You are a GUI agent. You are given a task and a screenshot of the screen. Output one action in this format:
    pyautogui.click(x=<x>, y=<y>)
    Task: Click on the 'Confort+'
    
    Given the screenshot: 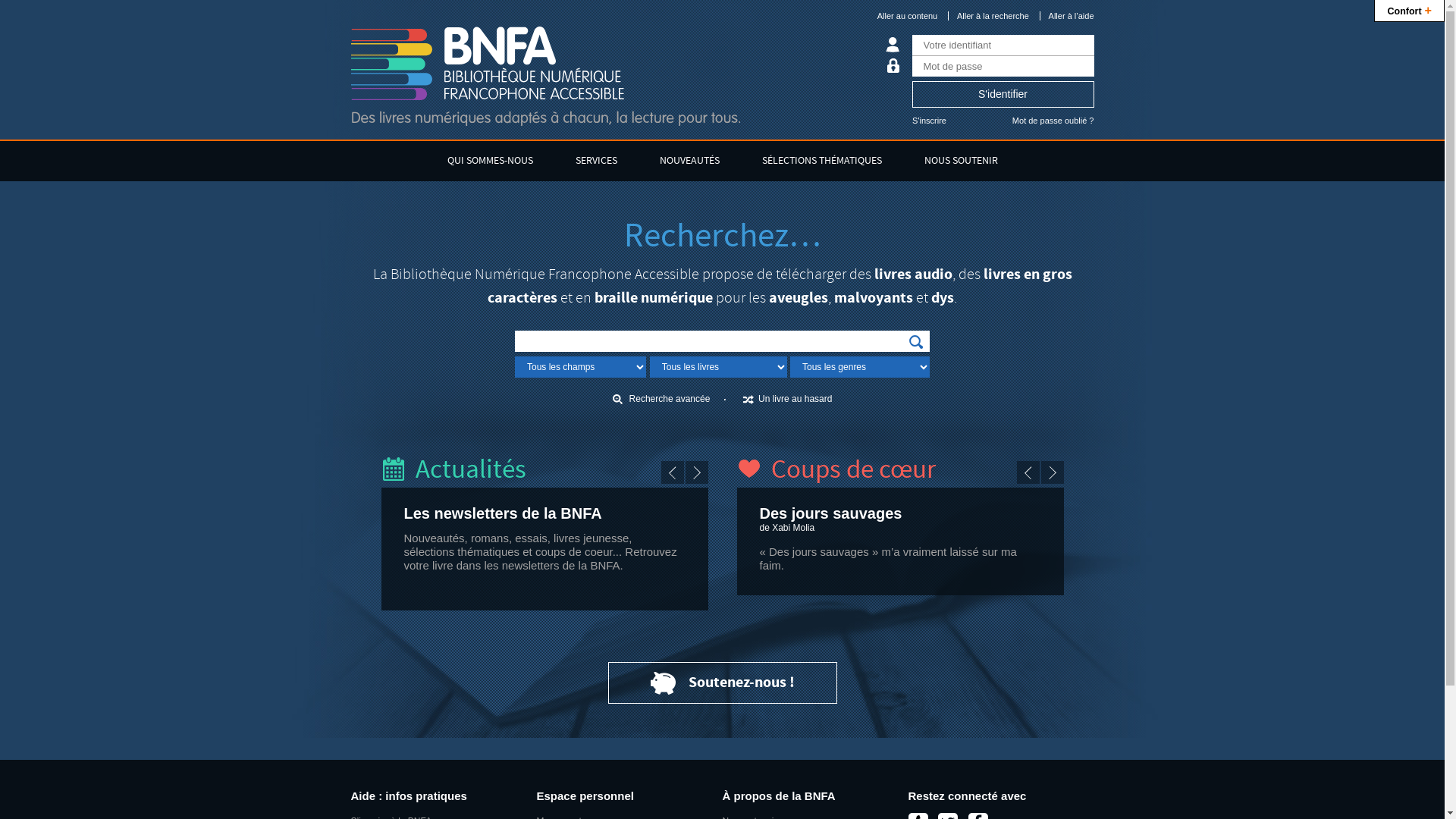 What is the action you would take?
    pyautogui.click(x=1408, y=11)
    